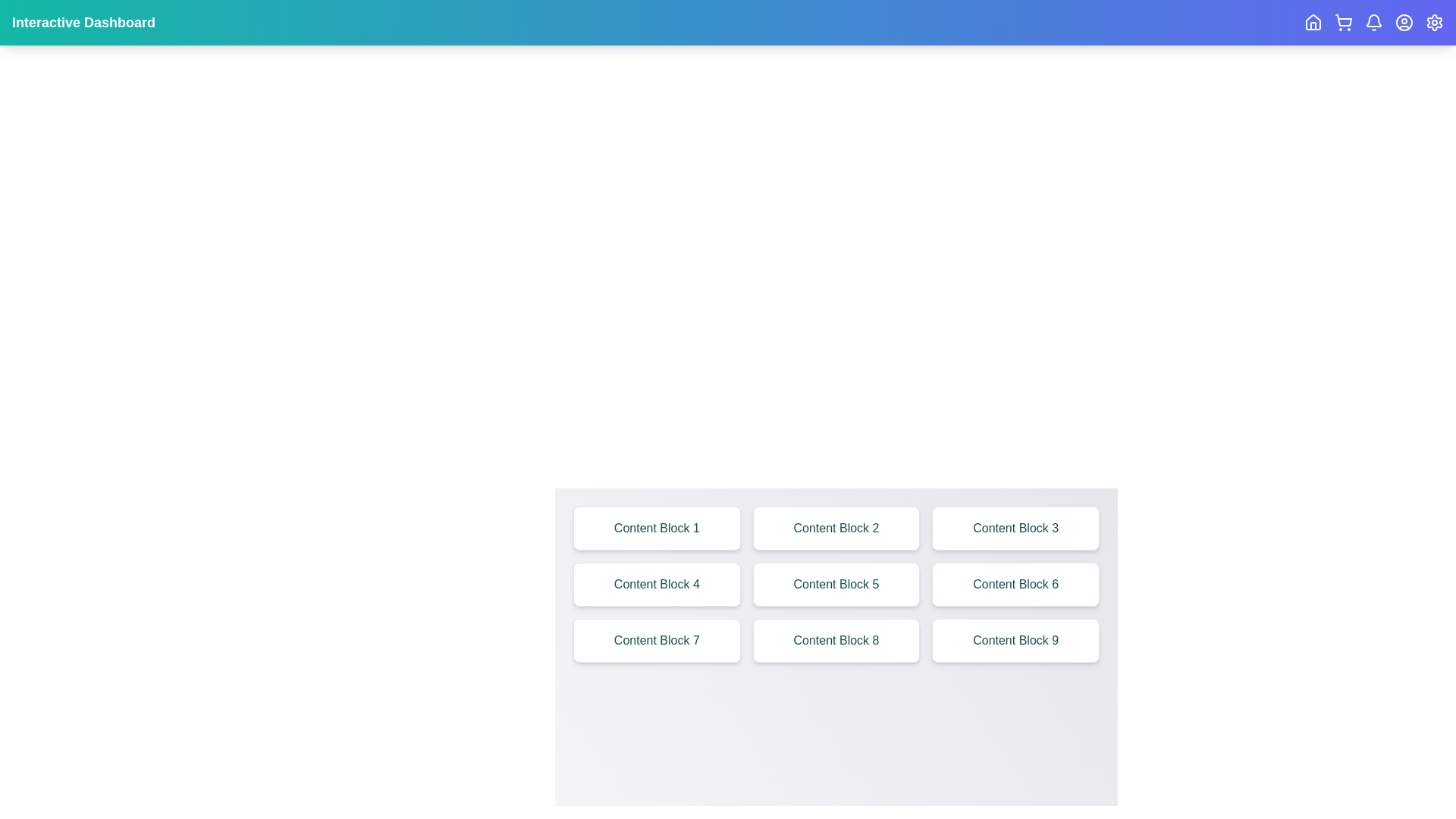 Image resolution: width=1456 pixels, height=819 pixels. Describe the element at coordinates (1404, 23) in the screenshot. I see `the interactive icon corresponding to UserCircle` at that location.